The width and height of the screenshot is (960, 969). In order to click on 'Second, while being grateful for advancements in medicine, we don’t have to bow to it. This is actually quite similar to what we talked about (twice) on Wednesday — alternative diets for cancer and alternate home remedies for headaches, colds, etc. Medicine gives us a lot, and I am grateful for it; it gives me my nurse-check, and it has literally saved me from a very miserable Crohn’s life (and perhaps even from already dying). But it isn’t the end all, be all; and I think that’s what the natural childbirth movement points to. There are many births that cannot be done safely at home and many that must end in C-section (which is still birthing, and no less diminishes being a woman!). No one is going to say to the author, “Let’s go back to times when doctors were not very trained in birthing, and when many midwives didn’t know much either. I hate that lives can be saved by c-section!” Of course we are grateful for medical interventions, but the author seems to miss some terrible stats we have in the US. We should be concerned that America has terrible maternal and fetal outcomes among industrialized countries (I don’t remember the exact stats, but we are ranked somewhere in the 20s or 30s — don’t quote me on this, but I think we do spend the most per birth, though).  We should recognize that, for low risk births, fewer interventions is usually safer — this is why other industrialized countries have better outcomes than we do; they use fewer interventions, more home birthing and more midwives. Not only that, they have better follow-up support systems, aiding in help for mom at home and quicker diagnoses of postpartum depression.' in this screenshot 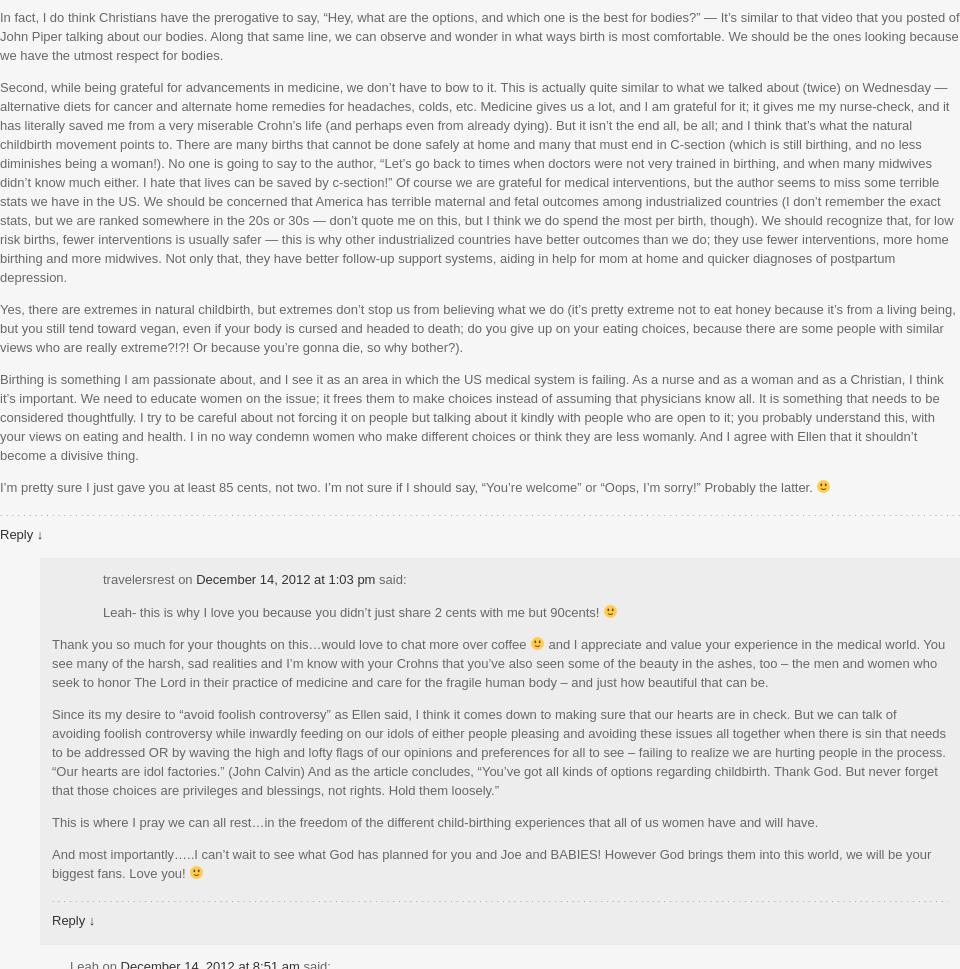, I will do `click(476, 181)`.